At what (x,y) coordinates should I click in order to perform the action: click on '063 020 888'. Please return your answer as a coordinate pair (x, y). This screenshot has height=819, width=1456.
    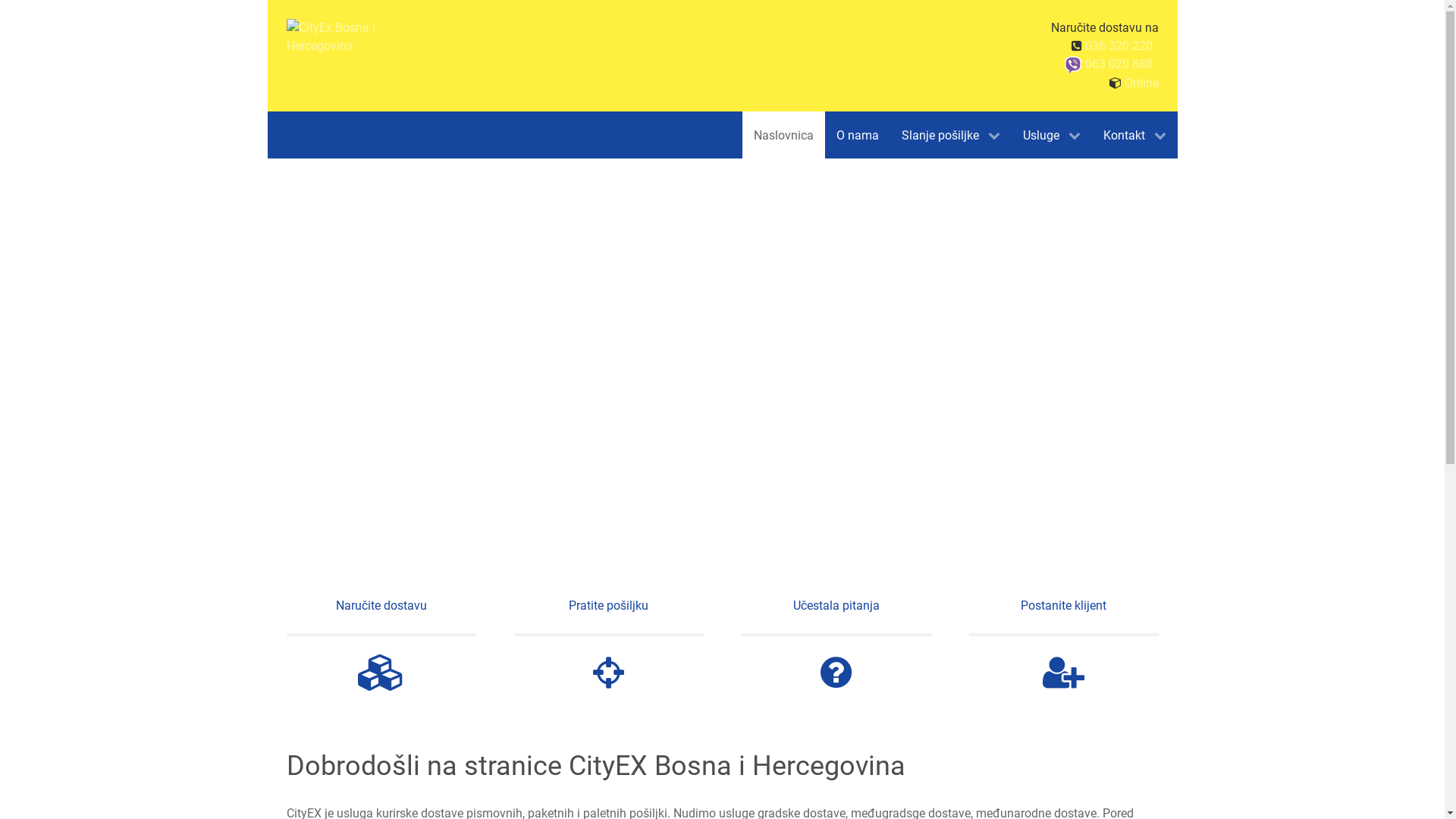
    Looking at the image, I should click on (1118, 63).